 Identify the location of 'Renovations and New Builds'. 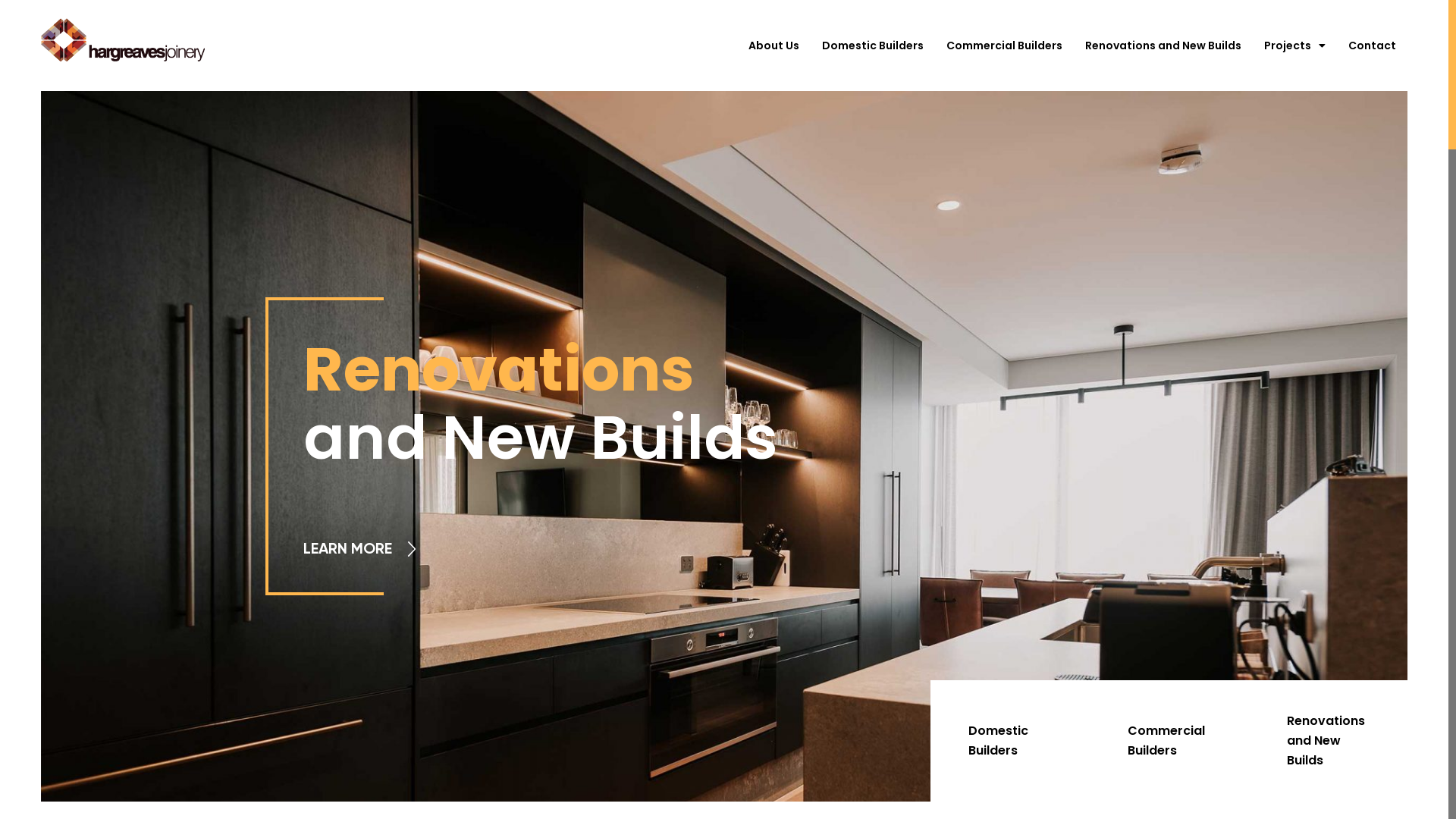
(1163, 45).